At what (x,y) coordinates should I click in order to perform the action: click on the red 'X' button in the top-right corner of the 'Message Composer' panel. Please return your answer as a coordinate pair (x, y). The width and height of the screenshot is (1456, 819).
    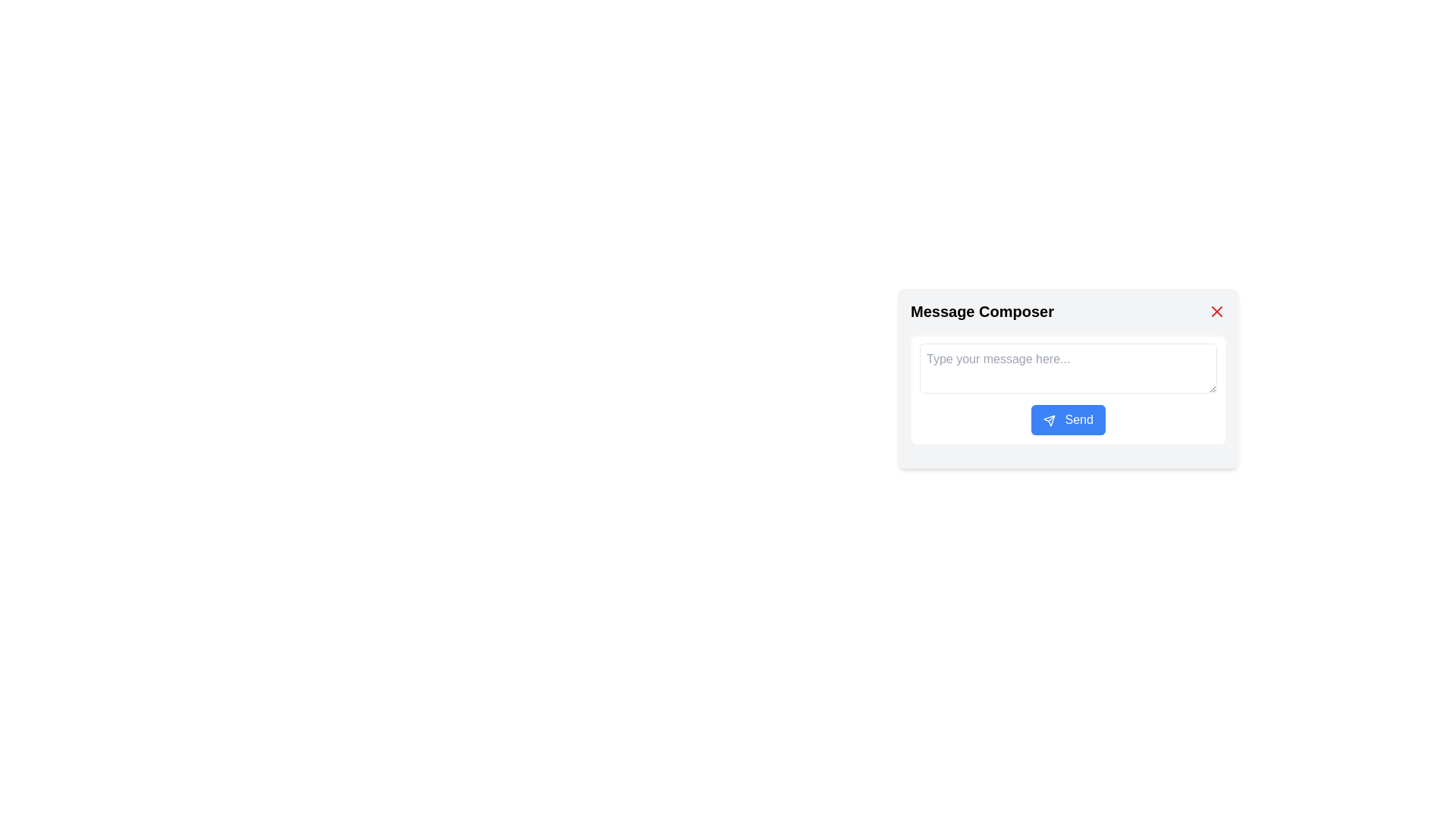
    Looking at the image, I should click on (1216, 311).